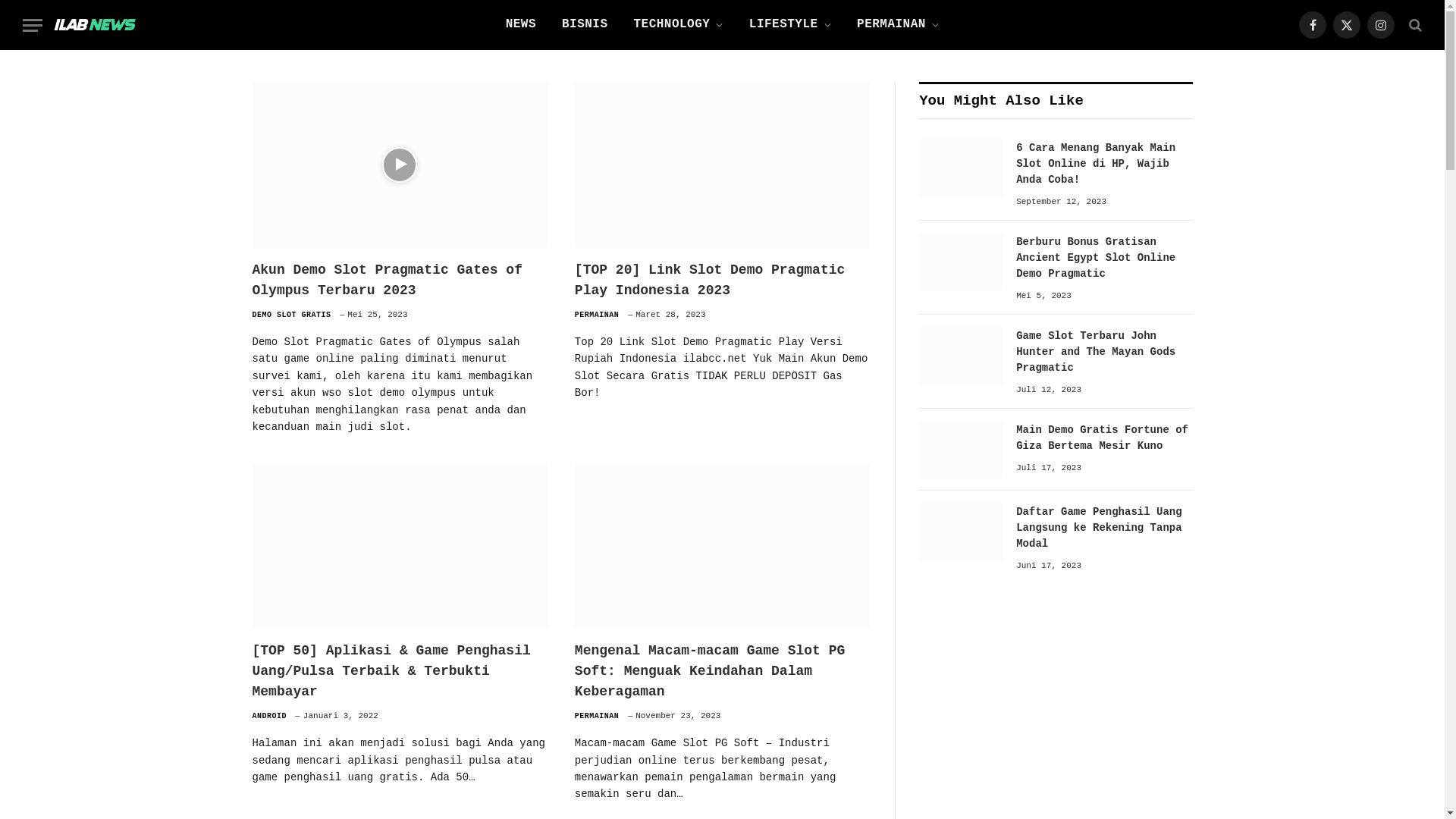 This screenshot has width=1456, height=819. What do you see at coordinates (1312, 25) in the screenshot?
I see `'Facebook'` at bounding box center [1312, 25].